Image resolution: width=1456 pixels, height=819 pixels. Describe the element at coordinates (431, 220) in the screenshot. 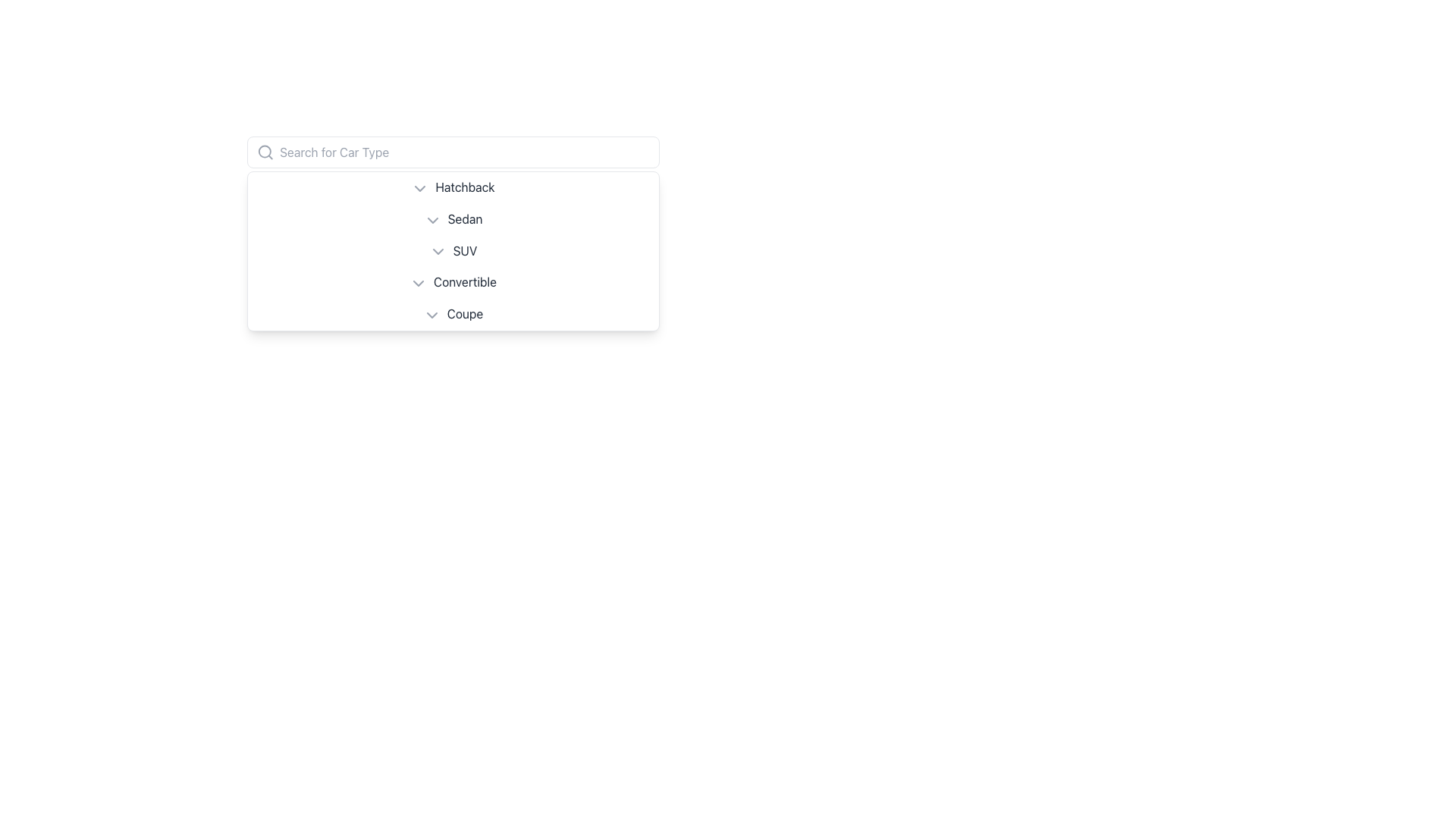

I see `the chevron-down icon located to the immediate left of the text 'Sedan' in the dropdown menu` at that location.